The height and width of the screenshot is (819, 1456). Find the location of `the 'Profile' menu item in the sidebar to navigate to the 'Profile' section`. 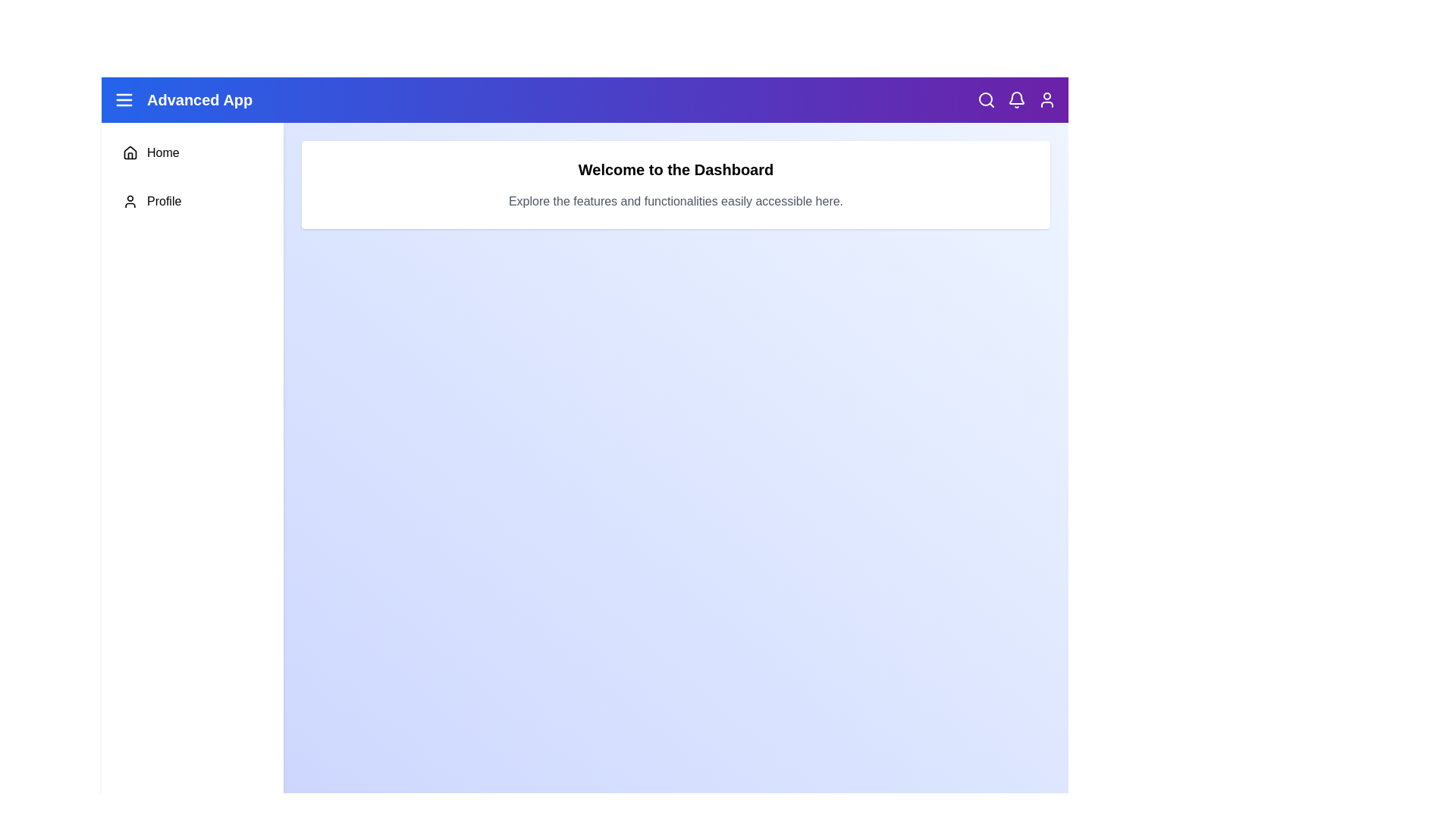

the 'Profile' menu item in the sidebar to navigate to the 'Profile' section is located at coordinates (192, 201).